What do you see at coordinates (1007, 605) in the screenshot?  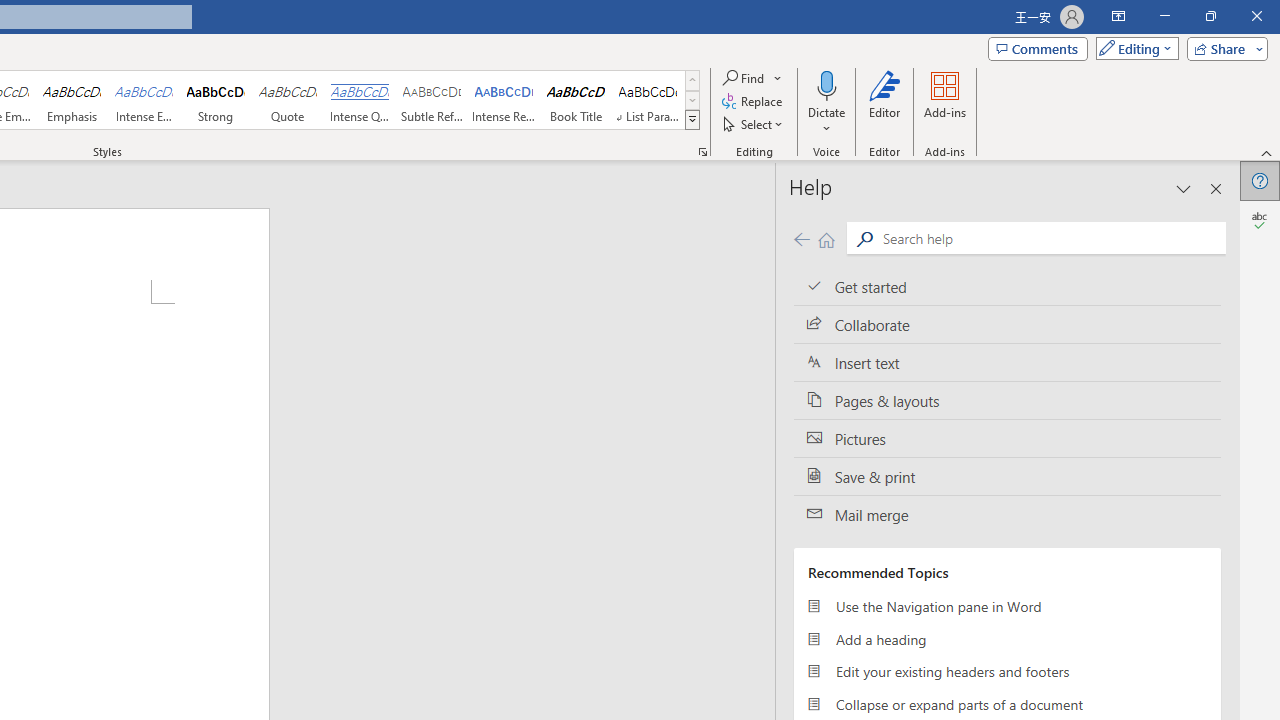 I see `'Use the Navigation pane in Word'` at bounding box center [1007, 605].